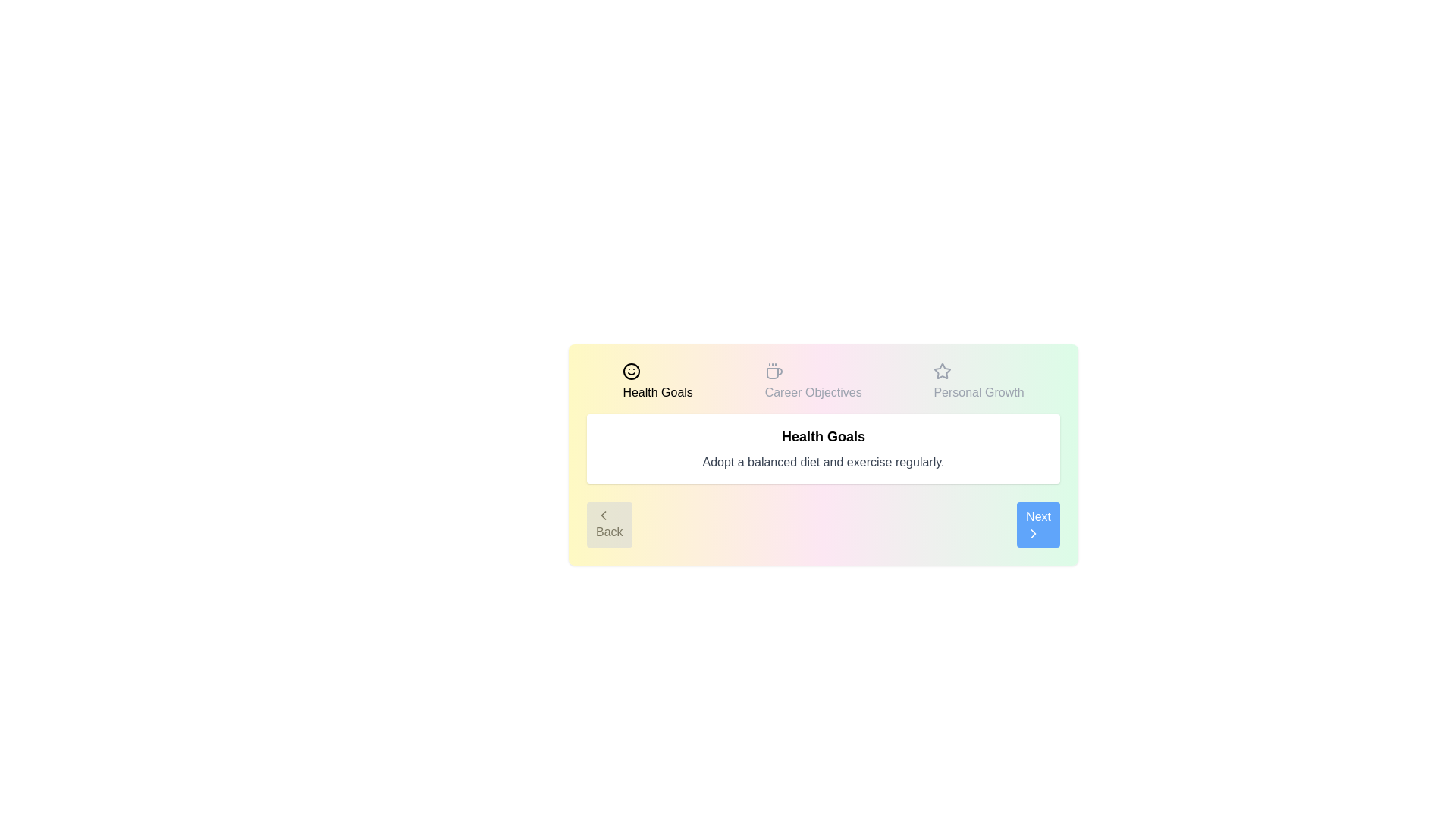  I want to click on the 'Back' button to navigate to the previous step, so click(609, 523).